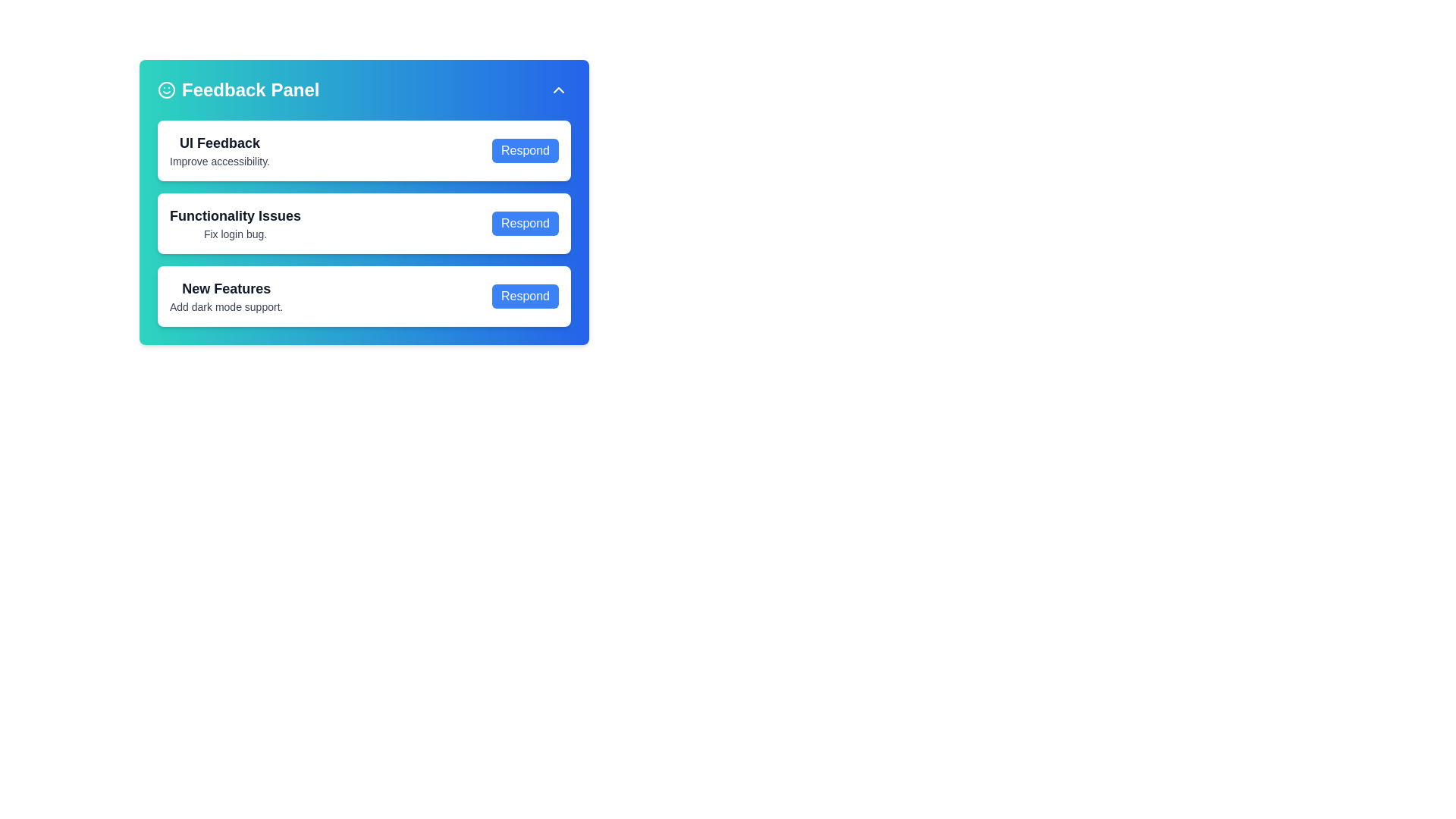  What do you see at coordinates (167, 90) in the screenshot?
I see `the SVG Circle element that is part of the smiley face design in the 'Feedback Panel' interface, located at the top left corner of the panel` at bounding box center [167, 90].